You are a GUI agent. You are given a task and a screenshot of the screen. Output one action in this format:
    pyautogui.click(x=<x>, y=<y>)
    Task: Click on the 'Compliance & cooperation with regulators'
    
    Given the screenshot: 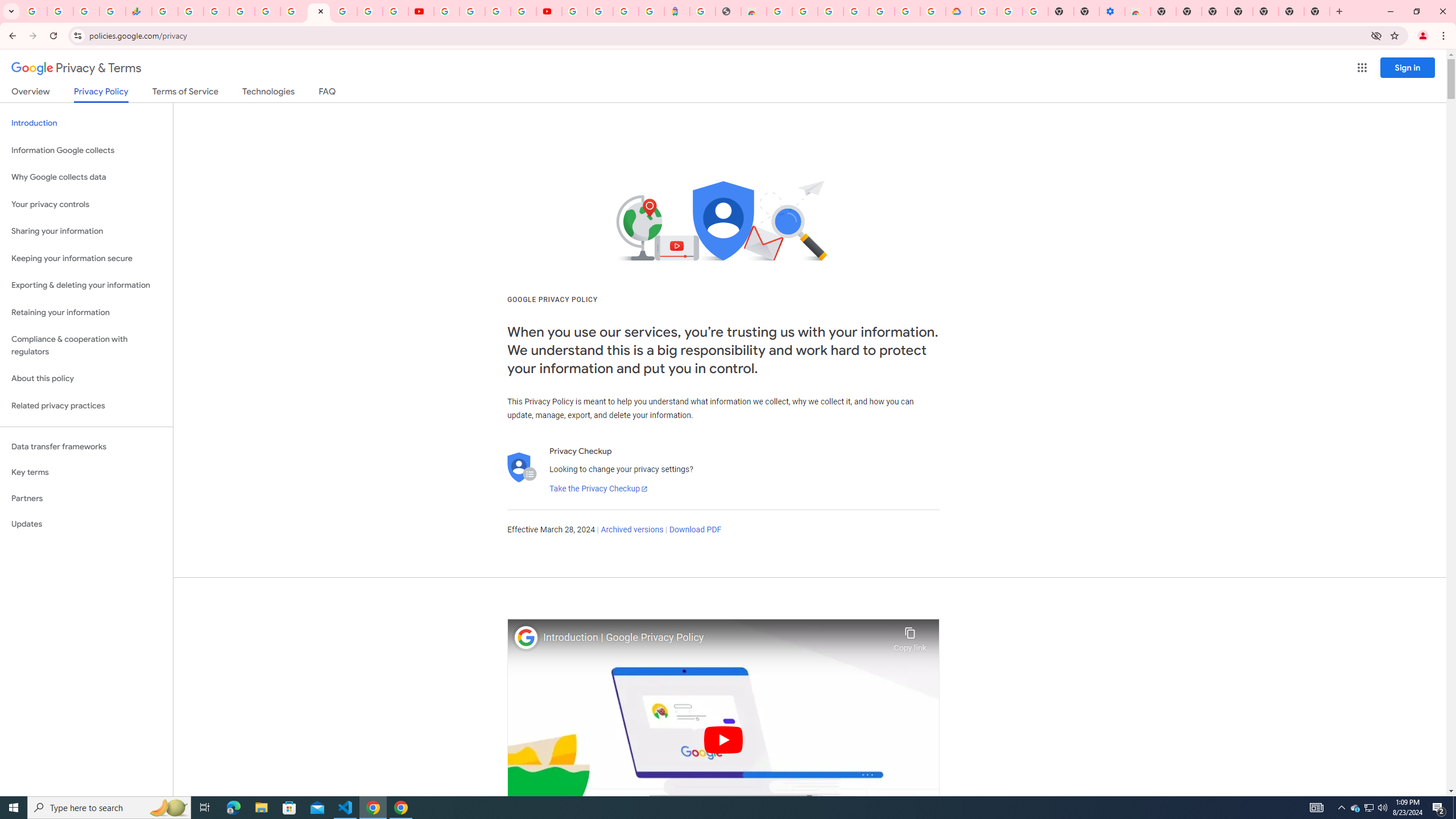 What is the action you would take?
    pyautogui.click(x=86, y=346)
    